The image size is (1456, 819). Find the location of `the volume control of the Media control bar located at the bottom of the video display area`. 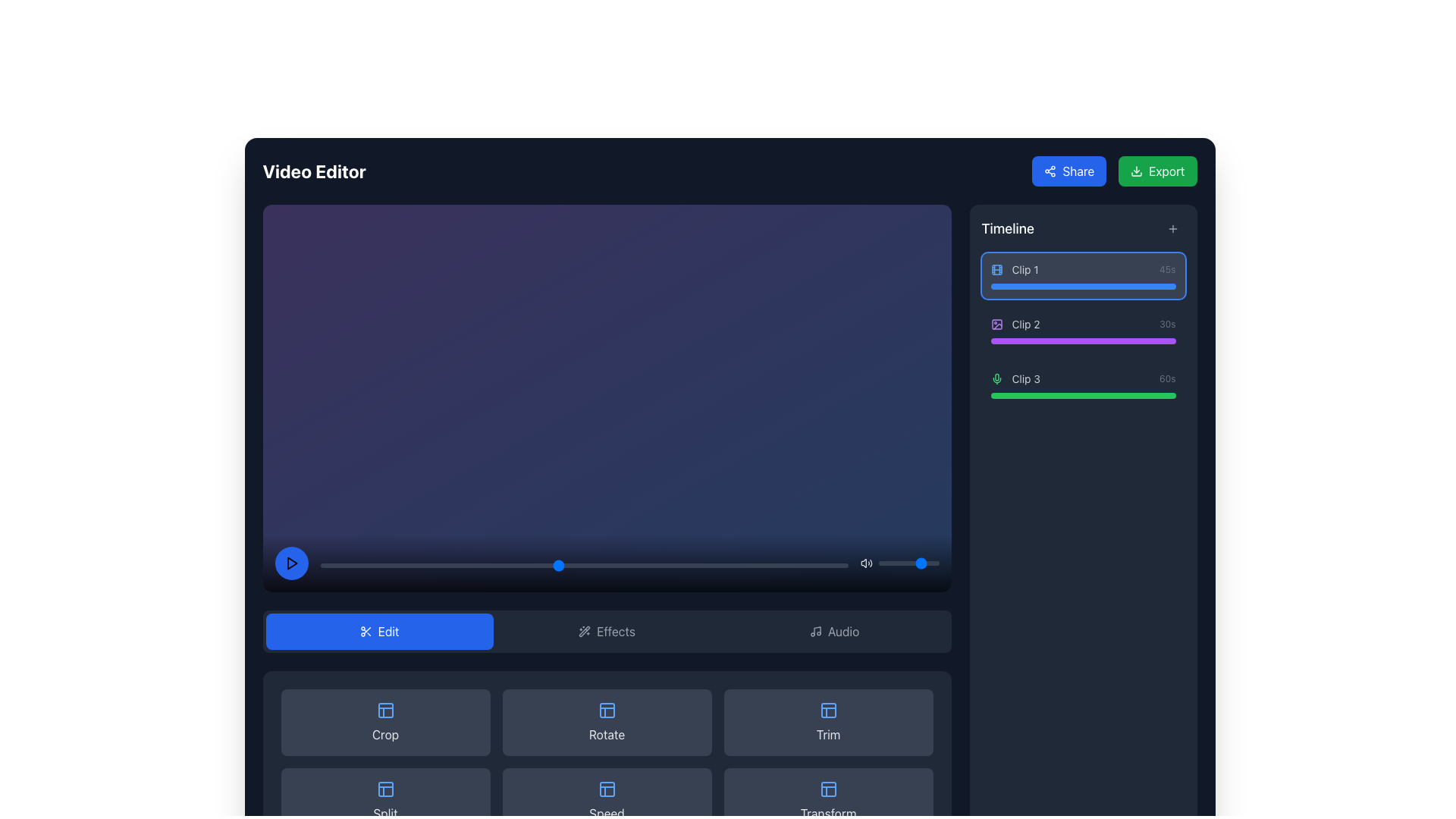

the volume control of the Media control bar located at the bottom of the video display area is located at coordinates (607, 563).